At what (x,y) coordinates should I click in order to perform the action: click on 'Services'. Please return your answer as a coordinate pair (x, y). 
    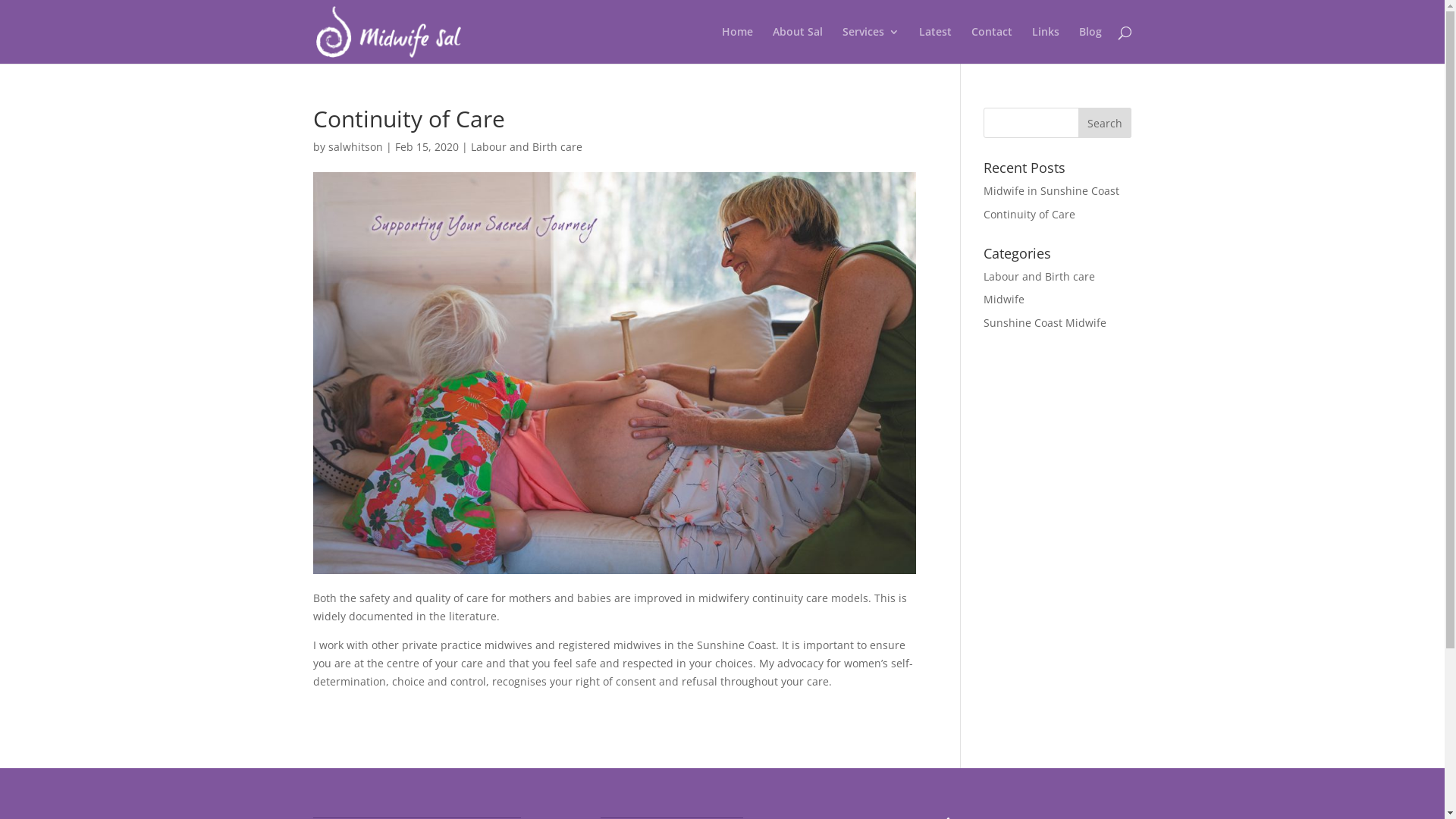
    Looking at the image, I should click on (870, 44).